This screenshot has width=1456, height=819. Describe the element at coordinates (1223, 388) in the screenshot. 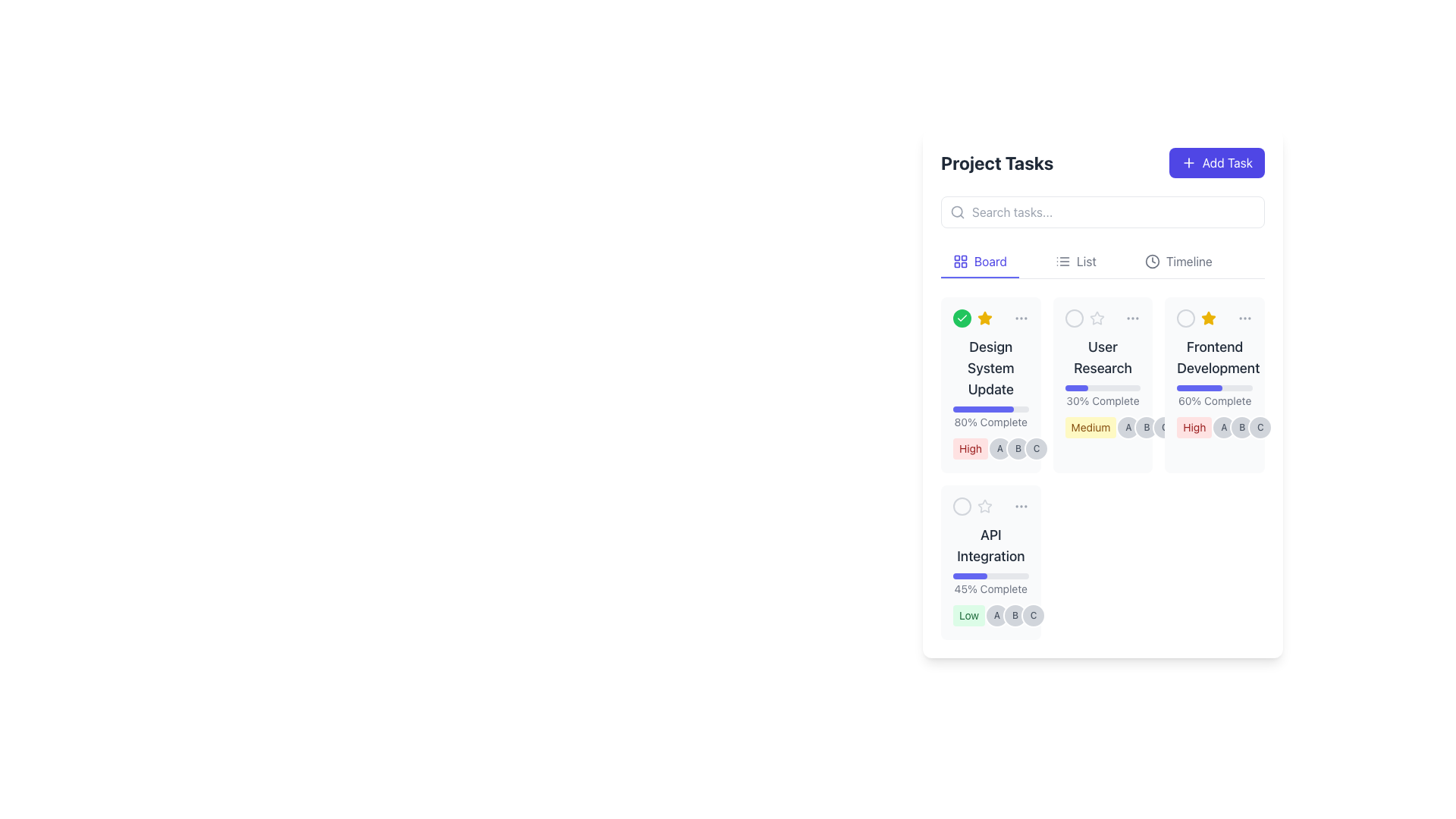

I see `the progress` at that location.